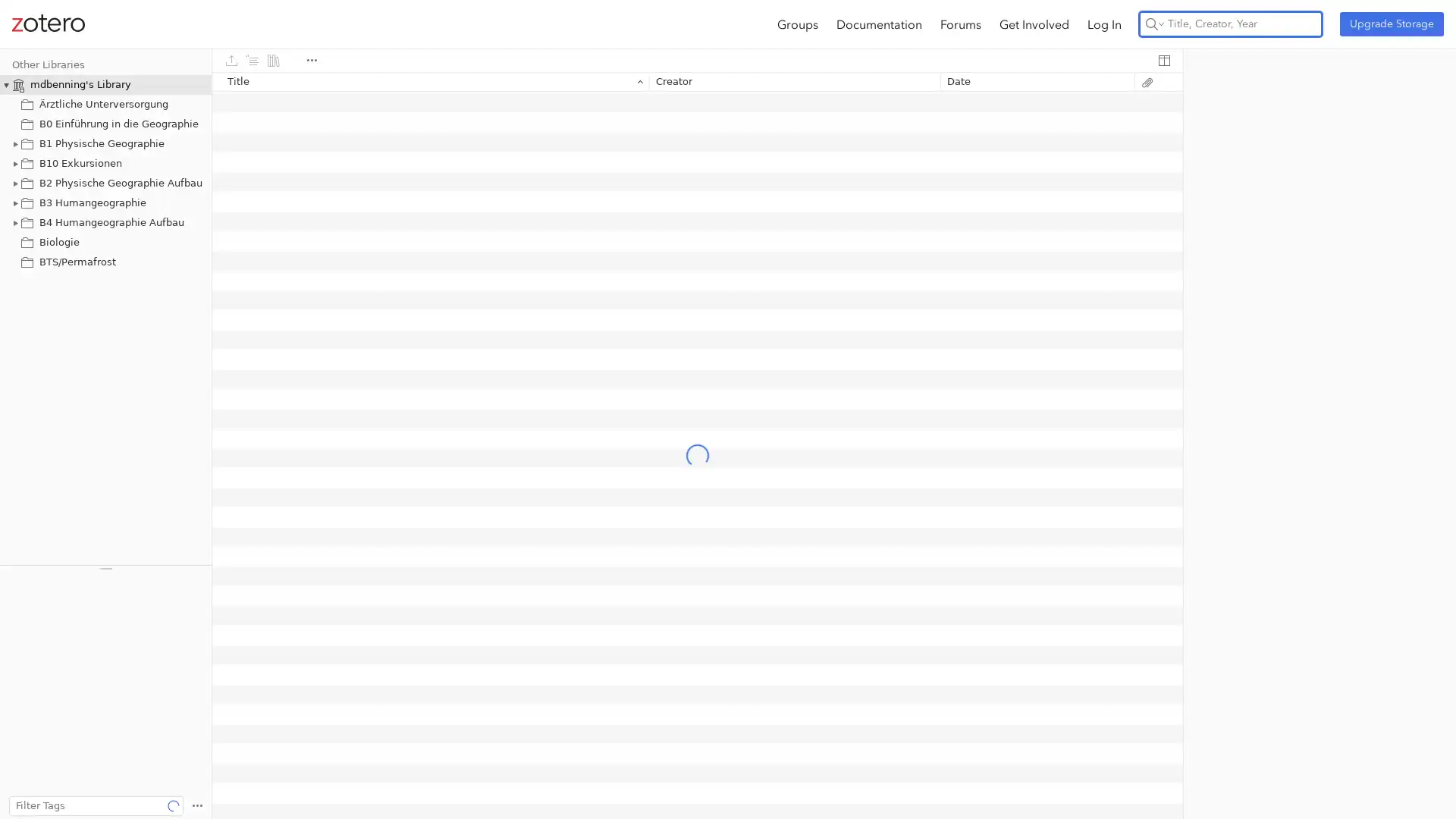 The image size is (1456, 819). I want to click on ambulante Versorgung, so click(64, 581).